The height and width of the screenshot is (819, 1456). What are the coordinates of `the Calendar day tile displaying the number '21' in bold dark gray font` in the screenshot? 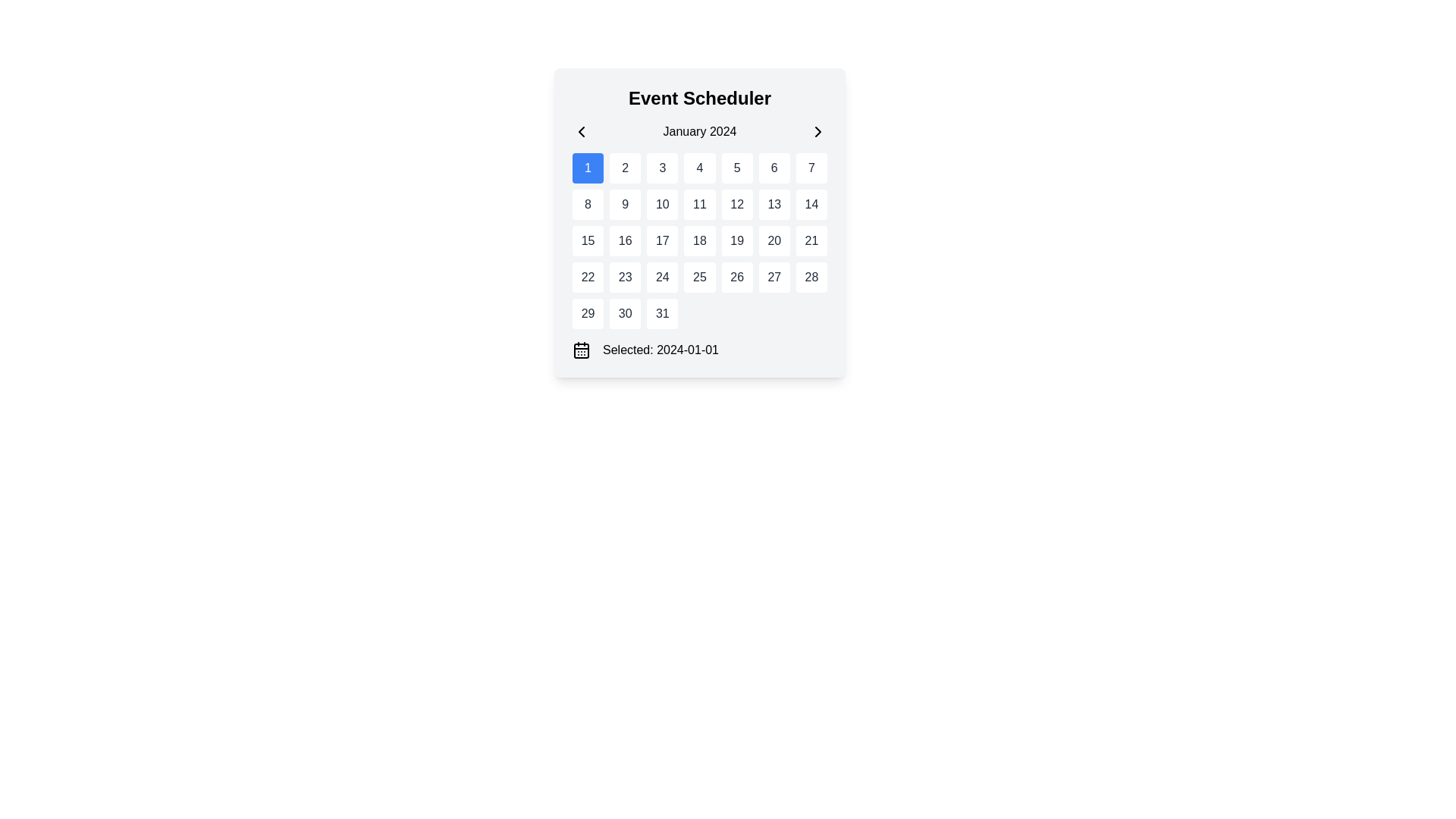 It's located at (811, 240).